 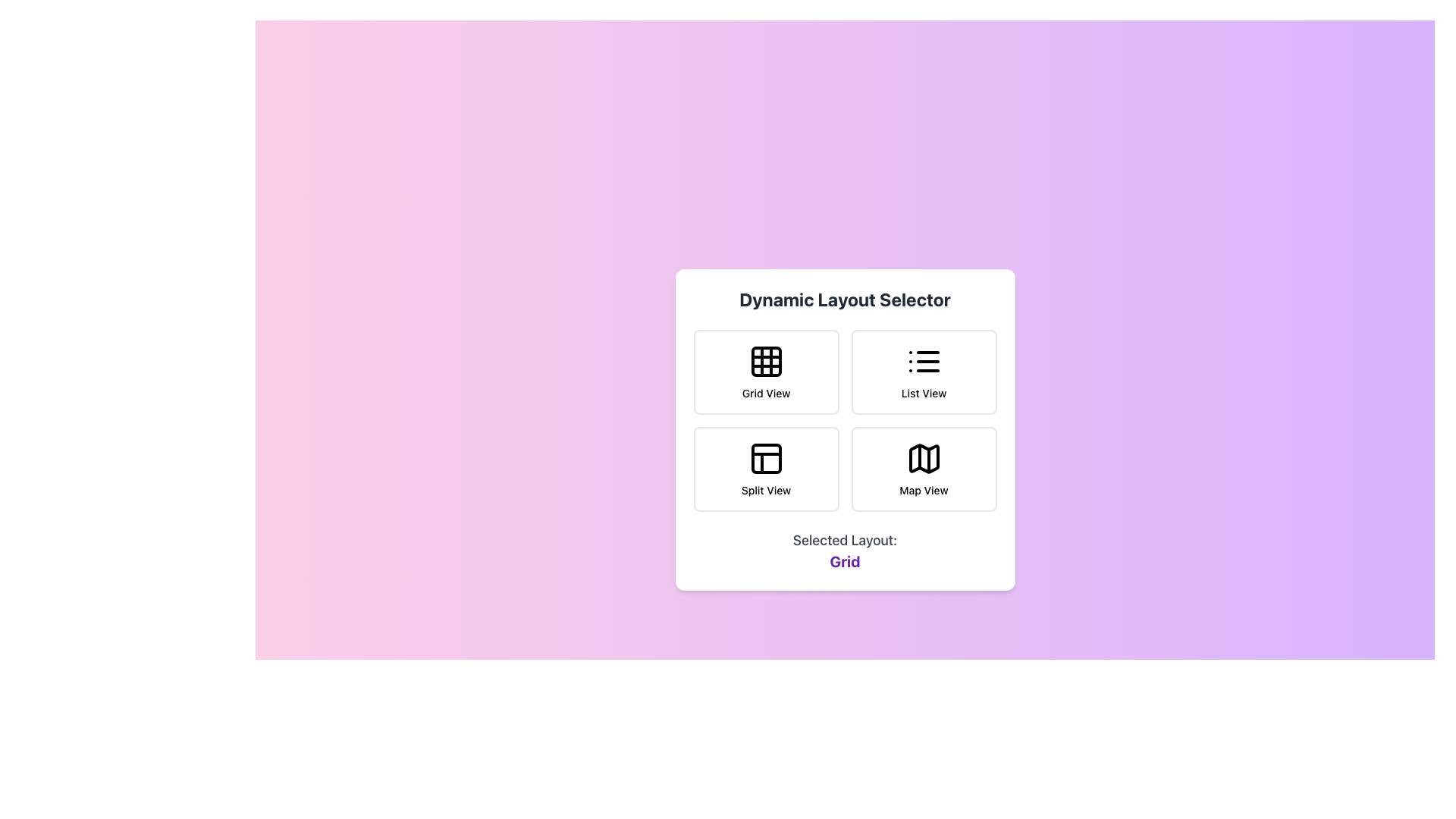 What do you see at coordinates (923, 362) in the screenshot?
I see `the 'List View' icon in the layout selector` at bounding box center [923, 362].